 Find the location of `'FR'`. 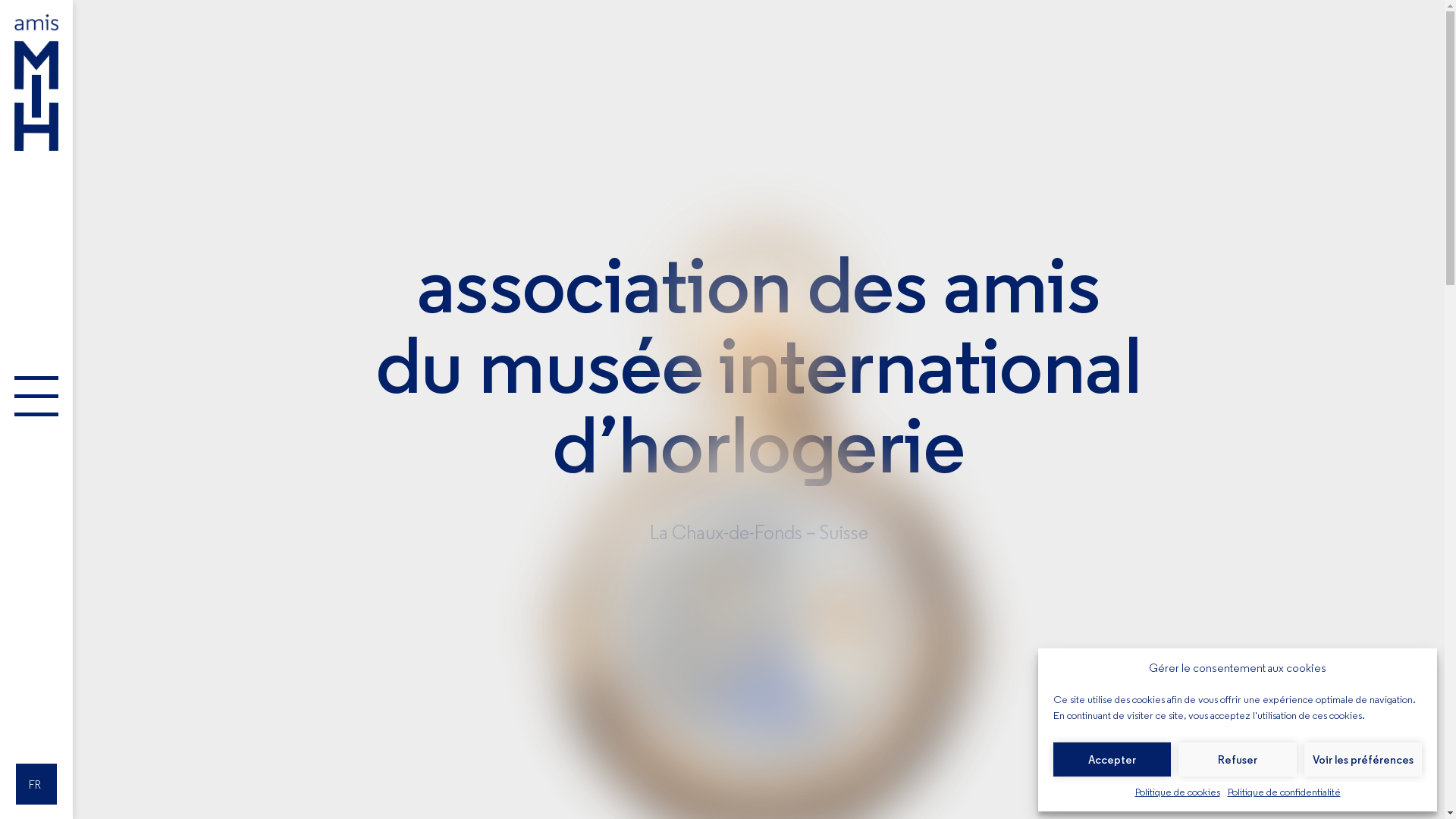

'FR' is located at coordinates (15, 783).